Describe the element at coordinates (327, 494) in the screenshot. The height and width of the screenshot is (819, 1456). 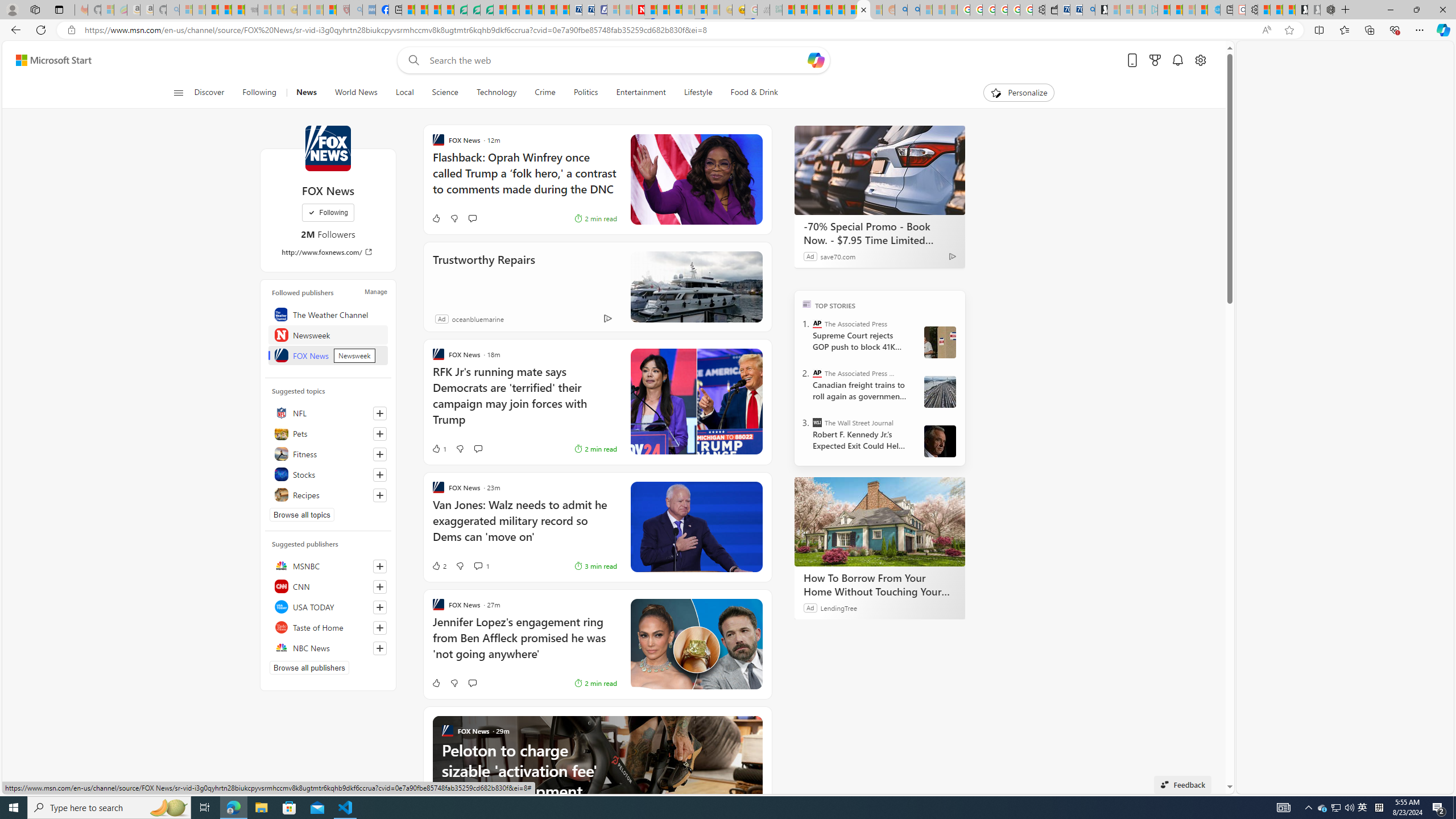
I see `'Recipes'` at that location.